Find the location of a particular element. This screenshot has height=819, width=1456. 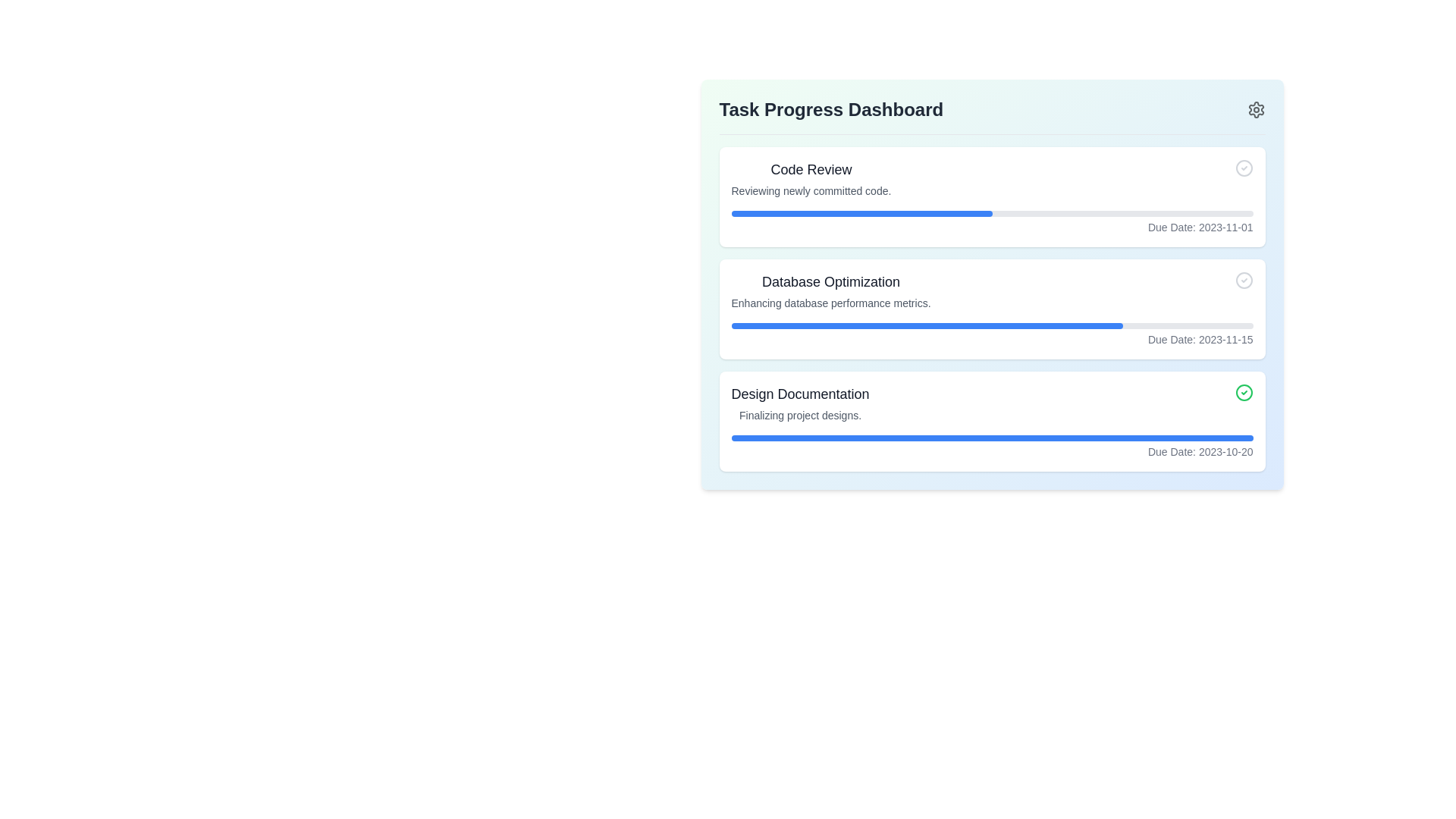

information in the text block labeled 'Code Review' that describes the task of reviewing newly committed code, located in the top-left quadrant of the 'Task Progress Dashboard' is located at coordinates (811, 177).